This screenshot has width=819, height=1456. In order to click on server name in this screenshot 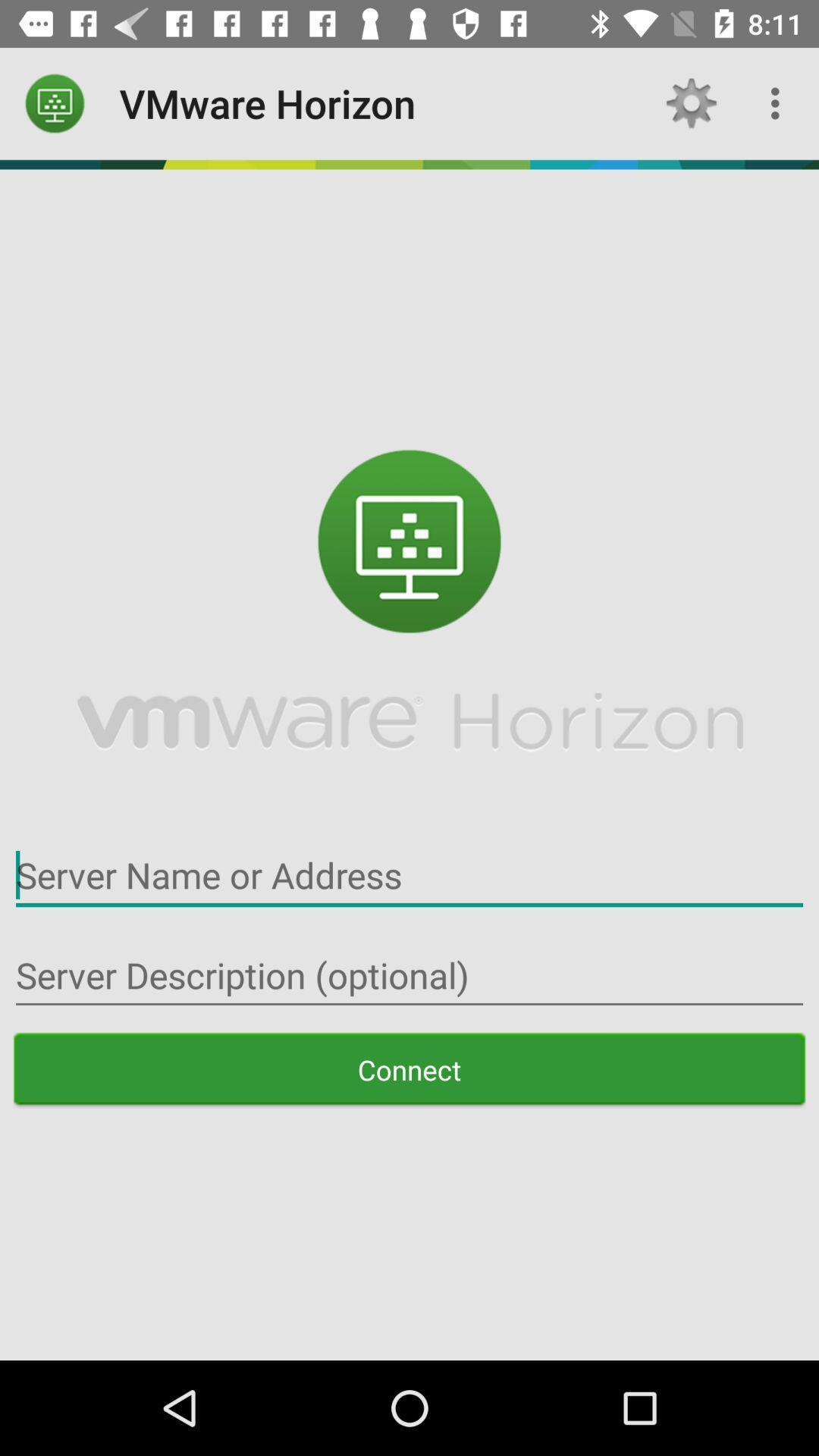, I will do `click(409, 876)`.